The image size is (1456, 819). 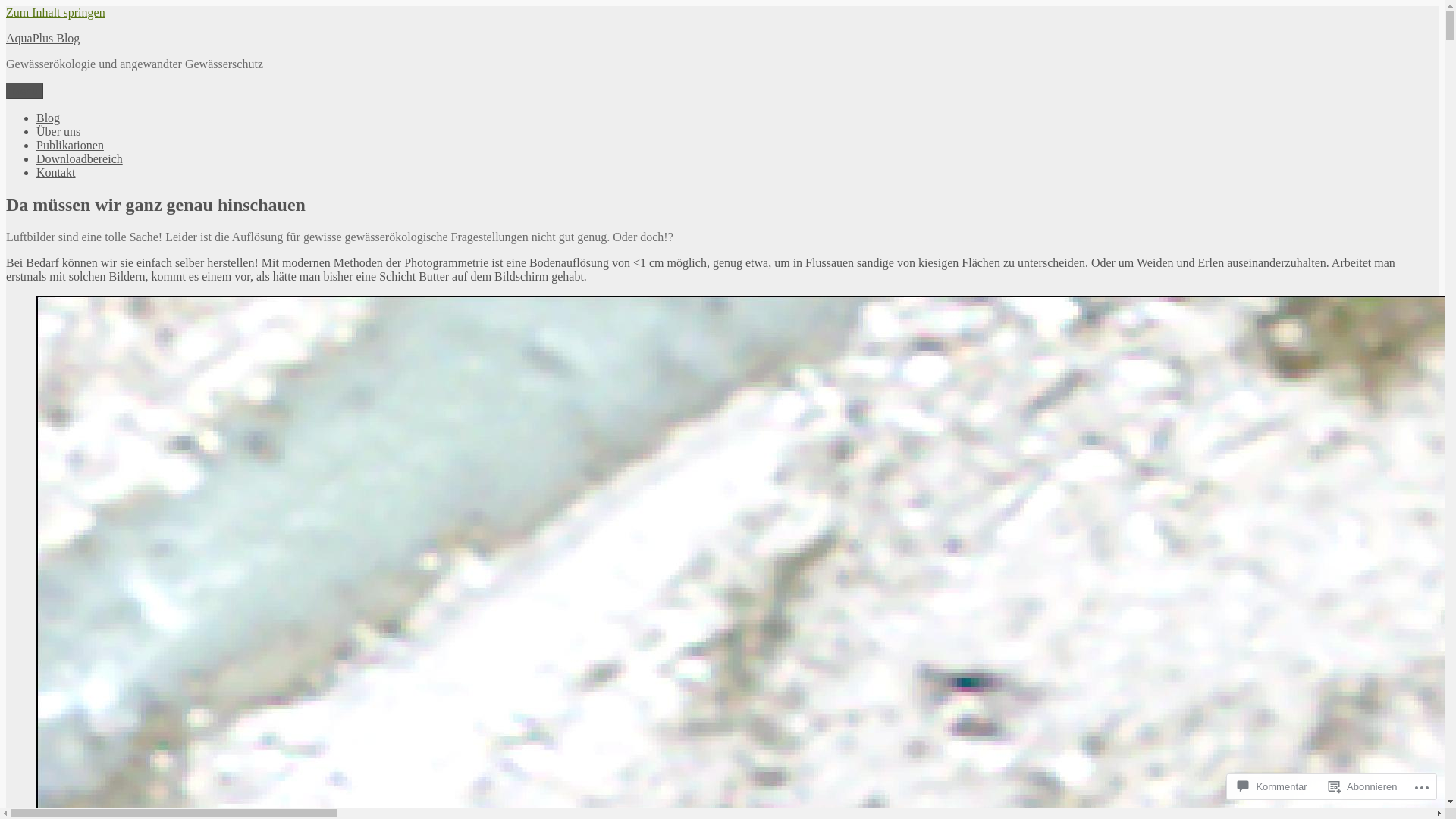 I want to click on 'Publikationen', so click(x=36, y=145).